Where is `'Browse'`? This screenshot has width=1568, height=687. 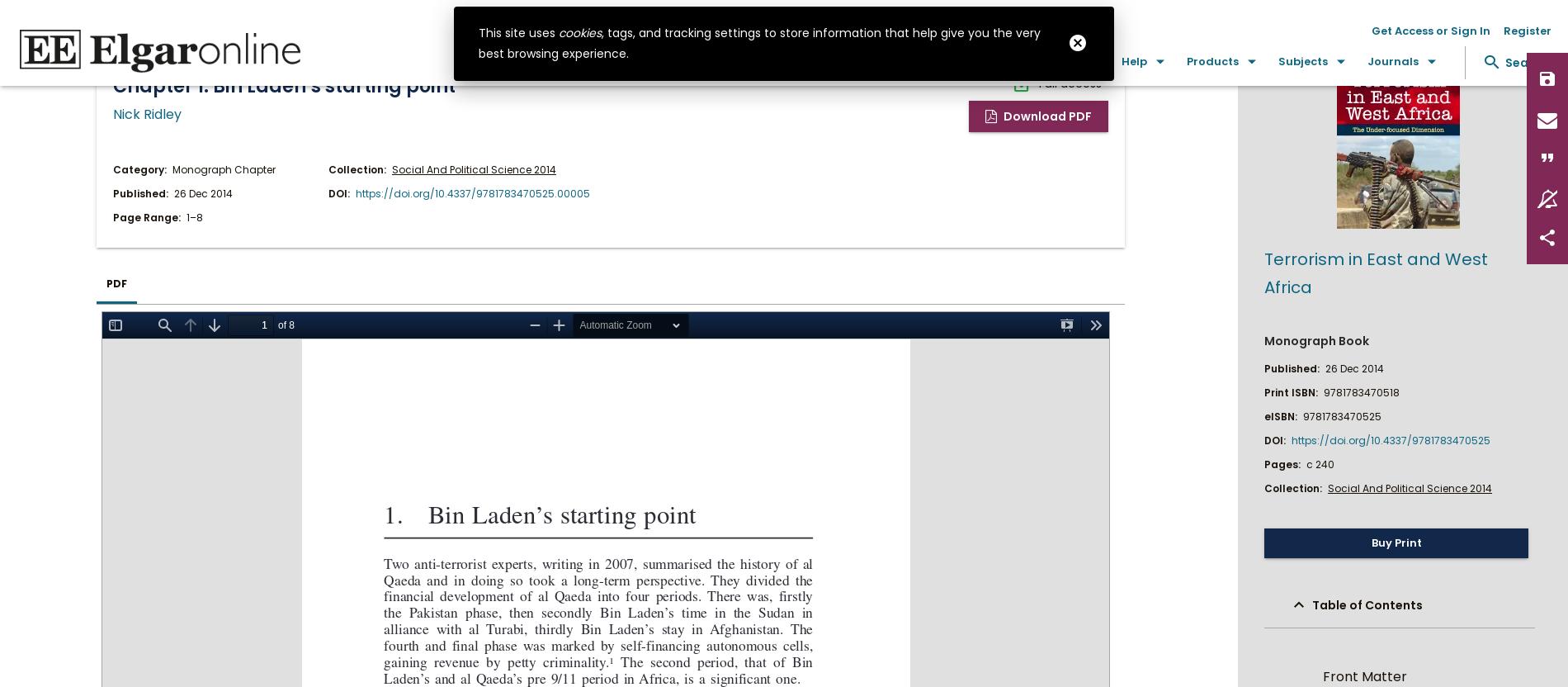
'Browse' is located at coordinates (942, 60).